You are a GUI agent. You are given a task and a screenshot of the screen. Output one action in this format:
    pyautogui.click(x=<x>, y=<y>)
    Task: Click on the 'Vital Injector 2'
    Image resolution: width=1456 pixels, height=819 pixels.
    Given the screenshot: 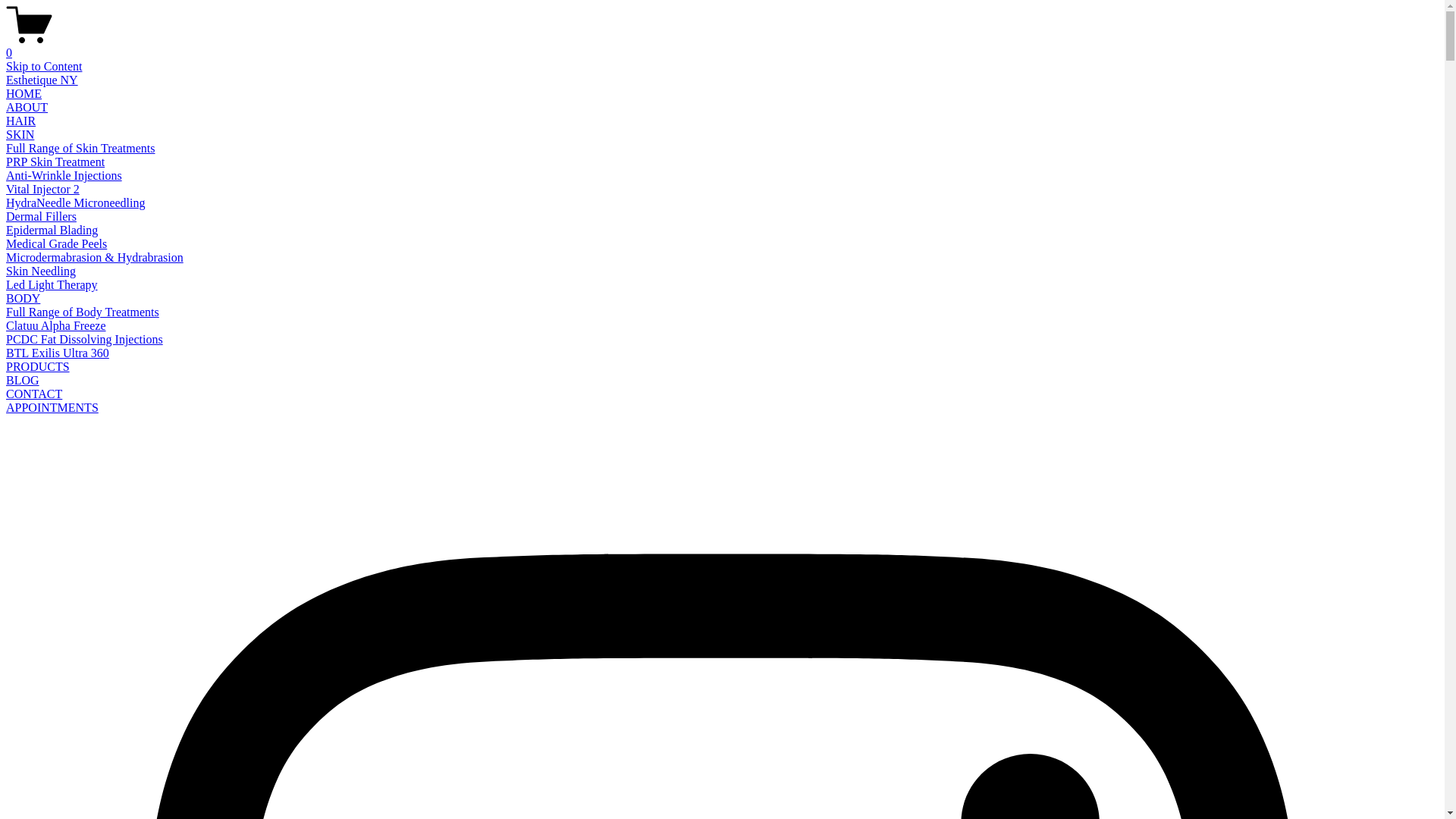 What is the action you would take?
    pyautogui.click(x=42, y=188)
    